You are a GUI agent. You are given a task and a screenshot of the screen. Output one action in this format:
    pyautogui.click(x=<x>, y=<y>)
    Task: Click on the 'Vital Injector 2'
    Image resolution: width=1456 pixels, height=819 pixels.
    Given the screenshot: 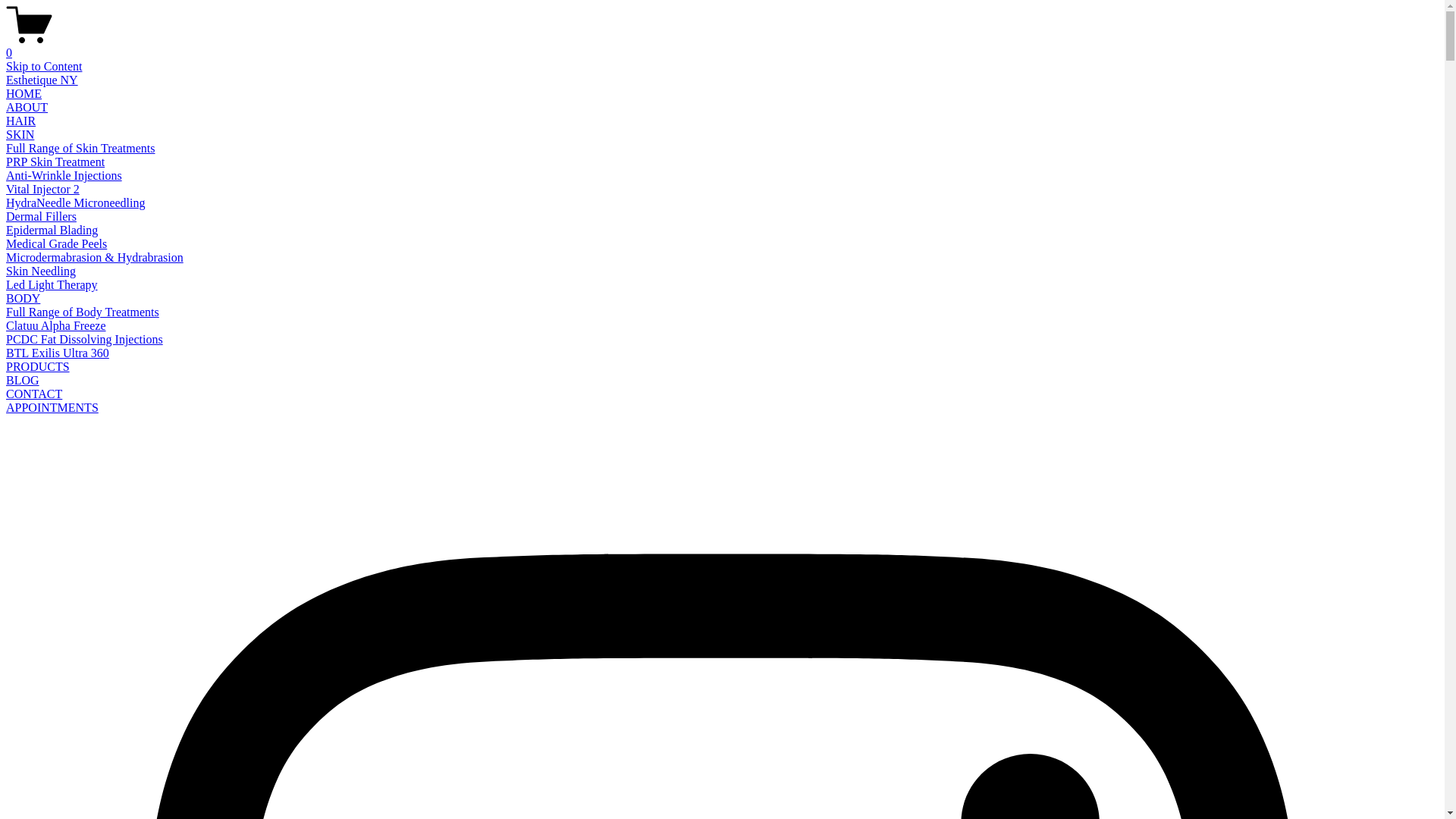 What is the action you would take?
    pyautogui.click(x=42, y=188)
    